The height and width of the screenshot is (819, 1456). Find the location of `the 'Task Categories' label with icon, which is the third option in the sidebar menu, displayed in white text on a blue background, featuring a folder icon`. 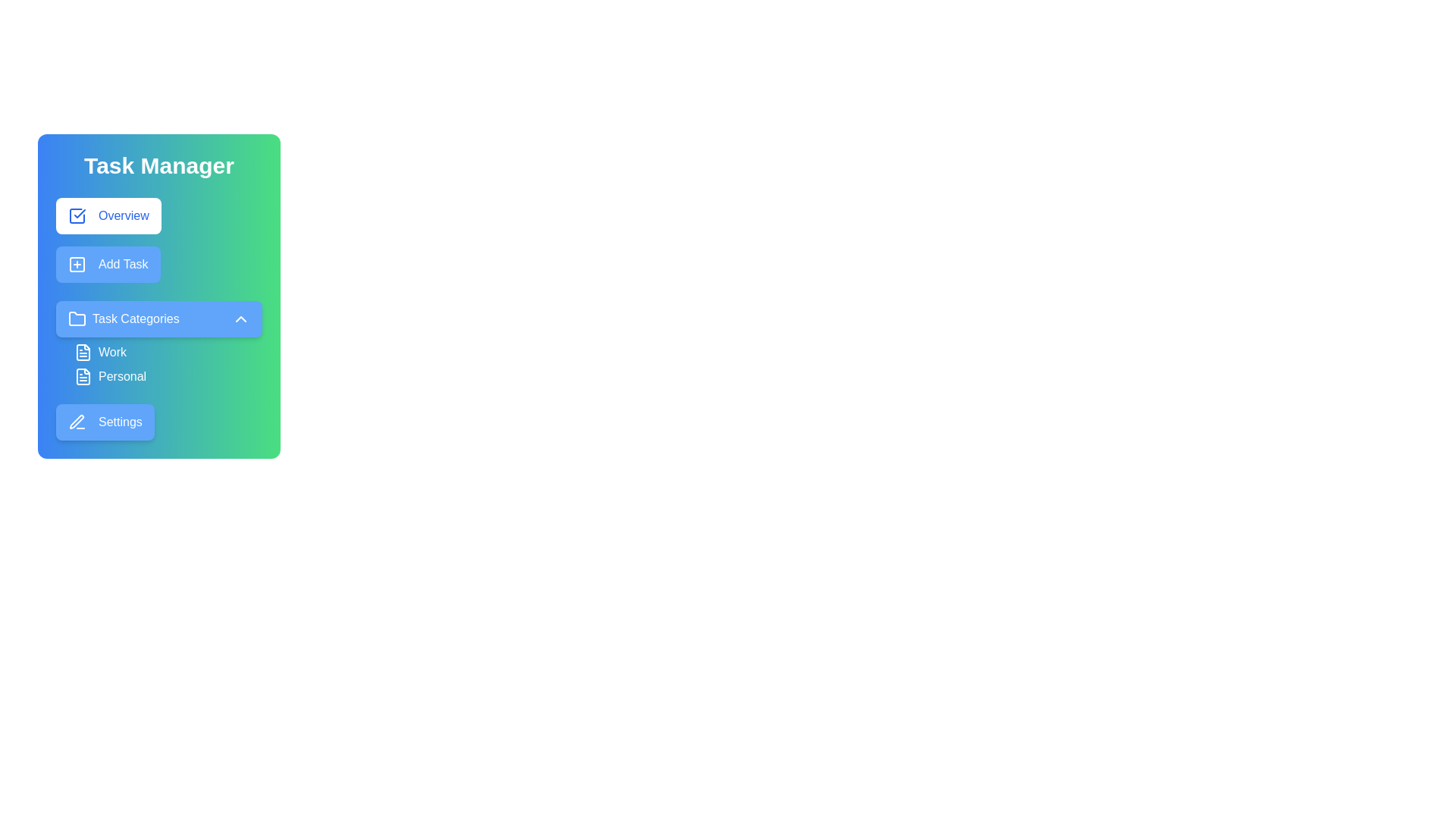

the 'Task Categories' label with icon, which is the third option in the sidebar menu, displayed in white text on a blue background, featuring a folder icon is located at coordinates (124, 318).